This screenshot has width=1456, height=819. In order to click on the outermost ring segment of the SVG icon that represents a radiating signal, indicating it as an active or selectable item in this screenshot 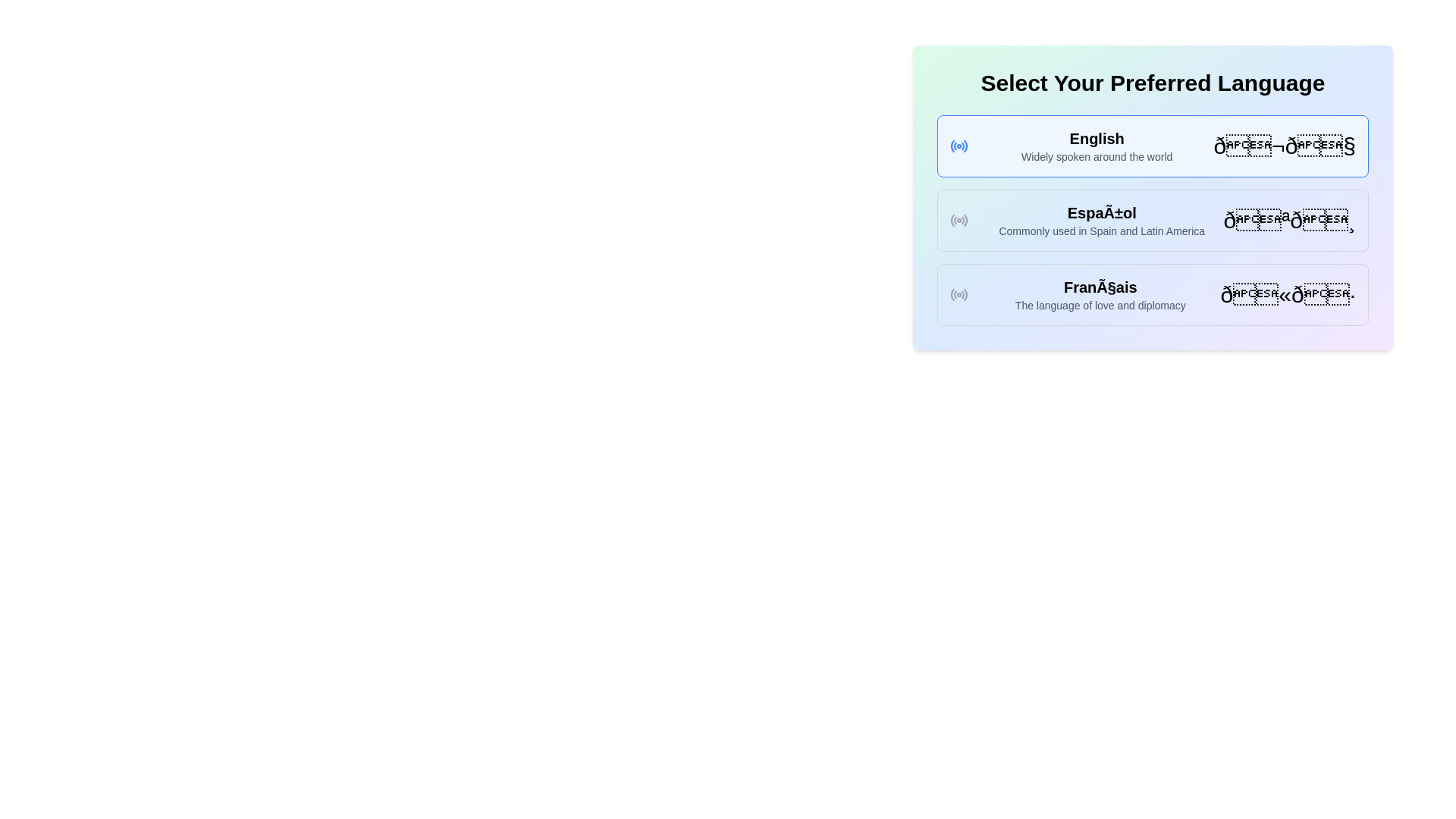, I will do `click(965, 220)`.